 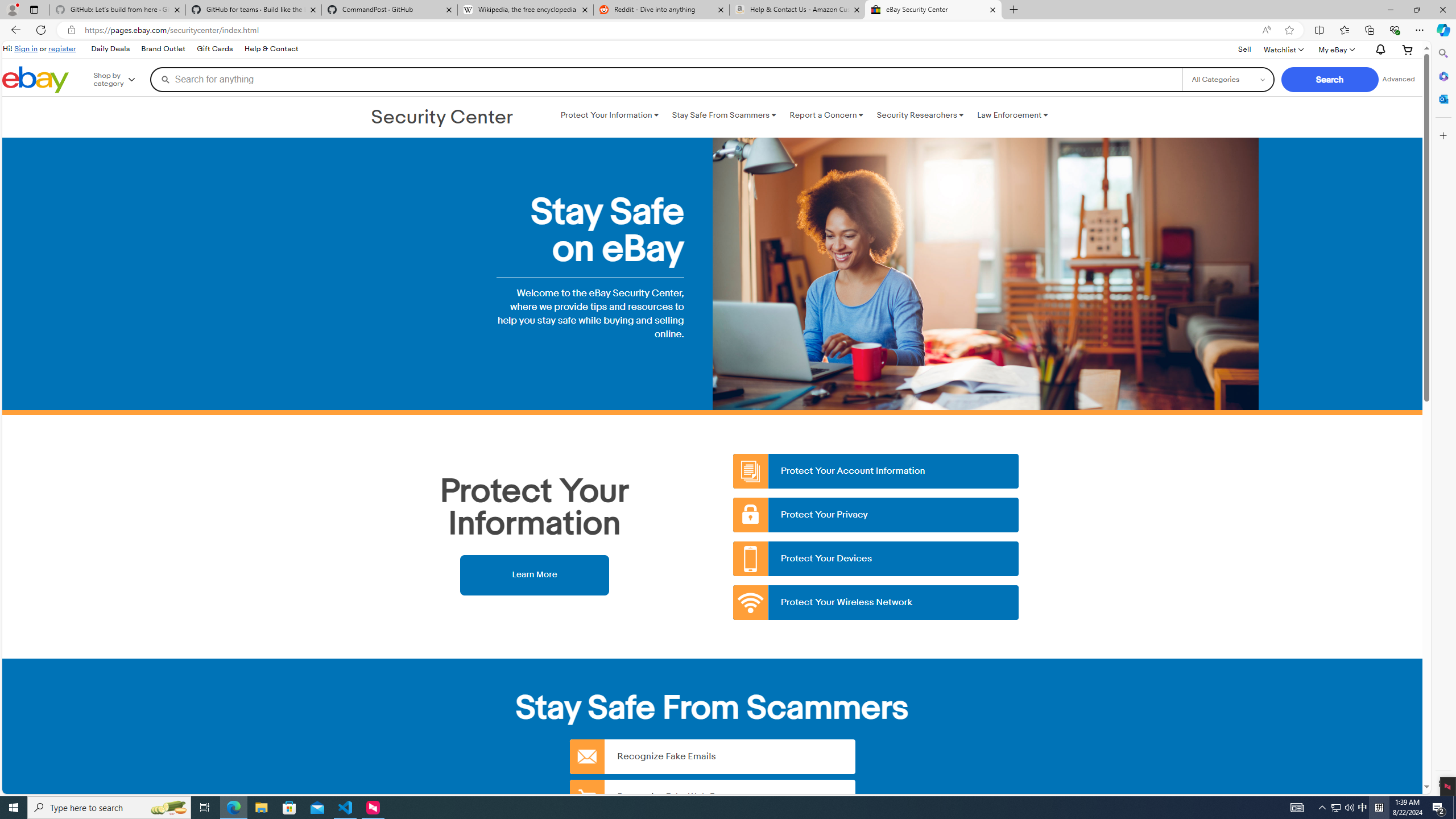 I want to click on 'Learn More', so click(x=533, y=574).